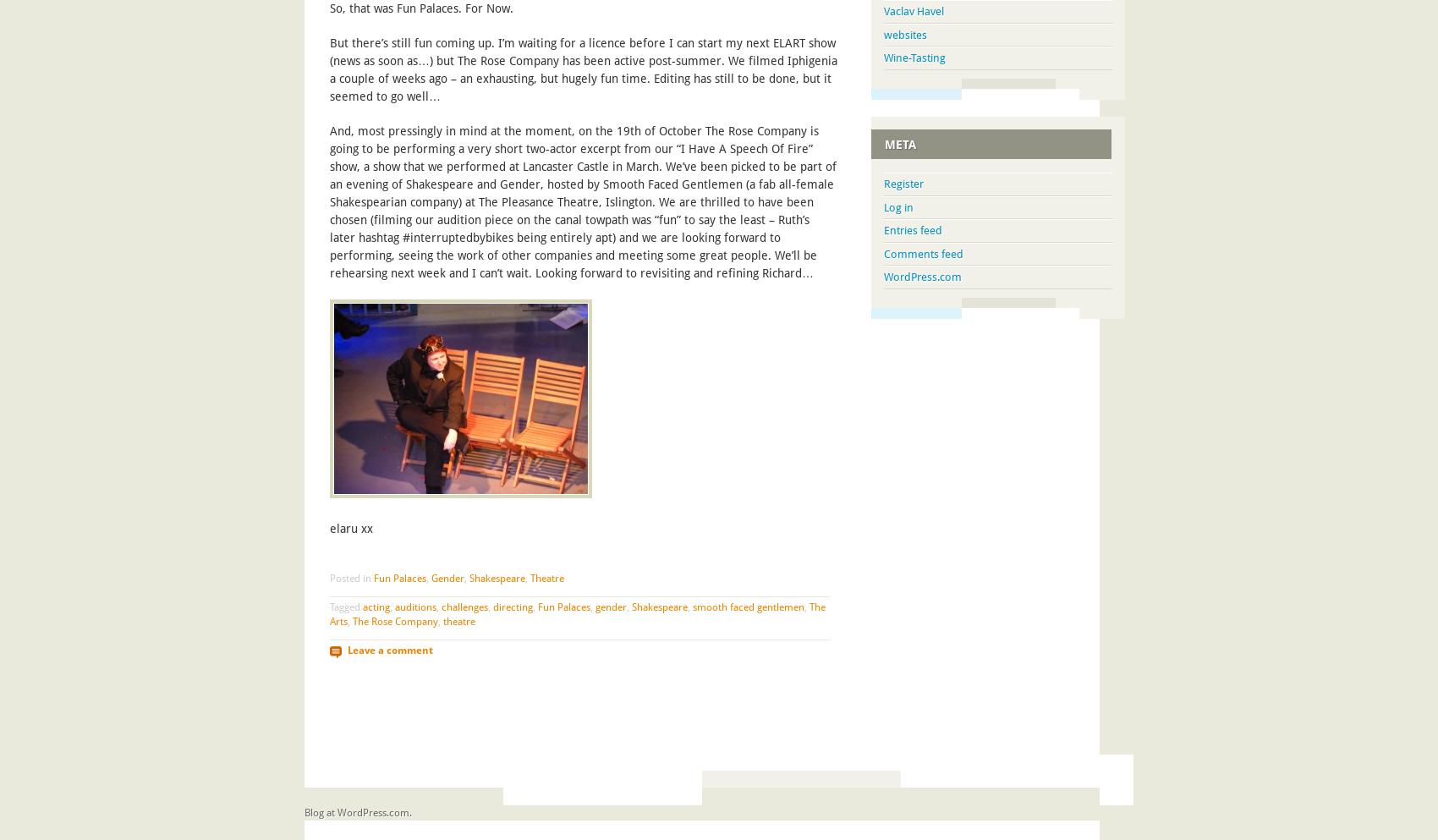 This screenshot has width=1438, height=840. Describe the element at coordinates (458, 622) in the screenshot. I see `'theatre'` at that location.